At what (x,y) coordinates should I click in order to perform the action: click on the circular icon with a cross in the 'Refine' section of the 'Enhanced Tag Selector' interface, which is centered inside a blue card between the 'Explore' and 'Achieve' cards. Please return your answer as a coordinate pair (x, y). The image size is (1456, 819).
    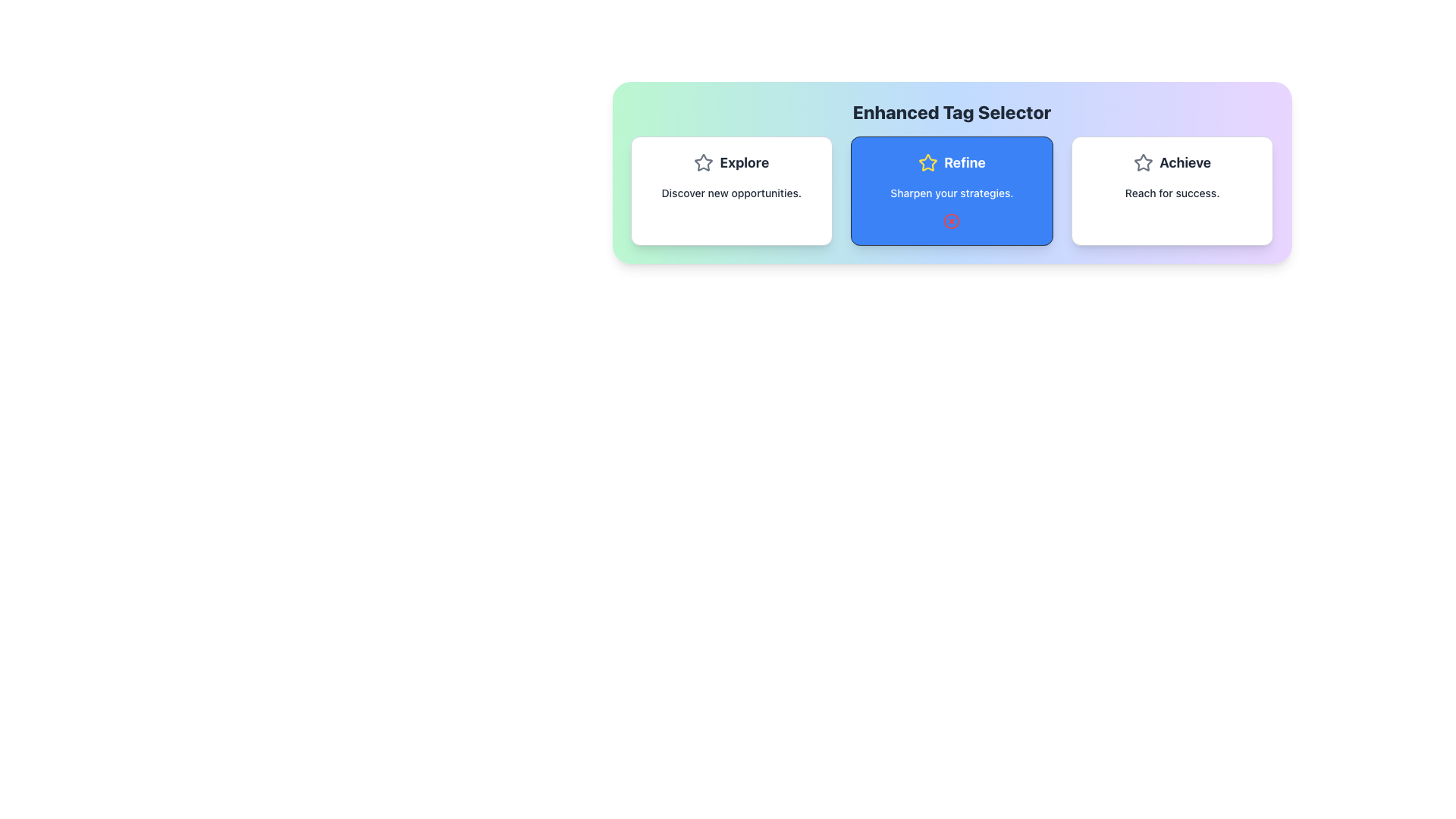
    Looking at the image, I should click on (951, 221).